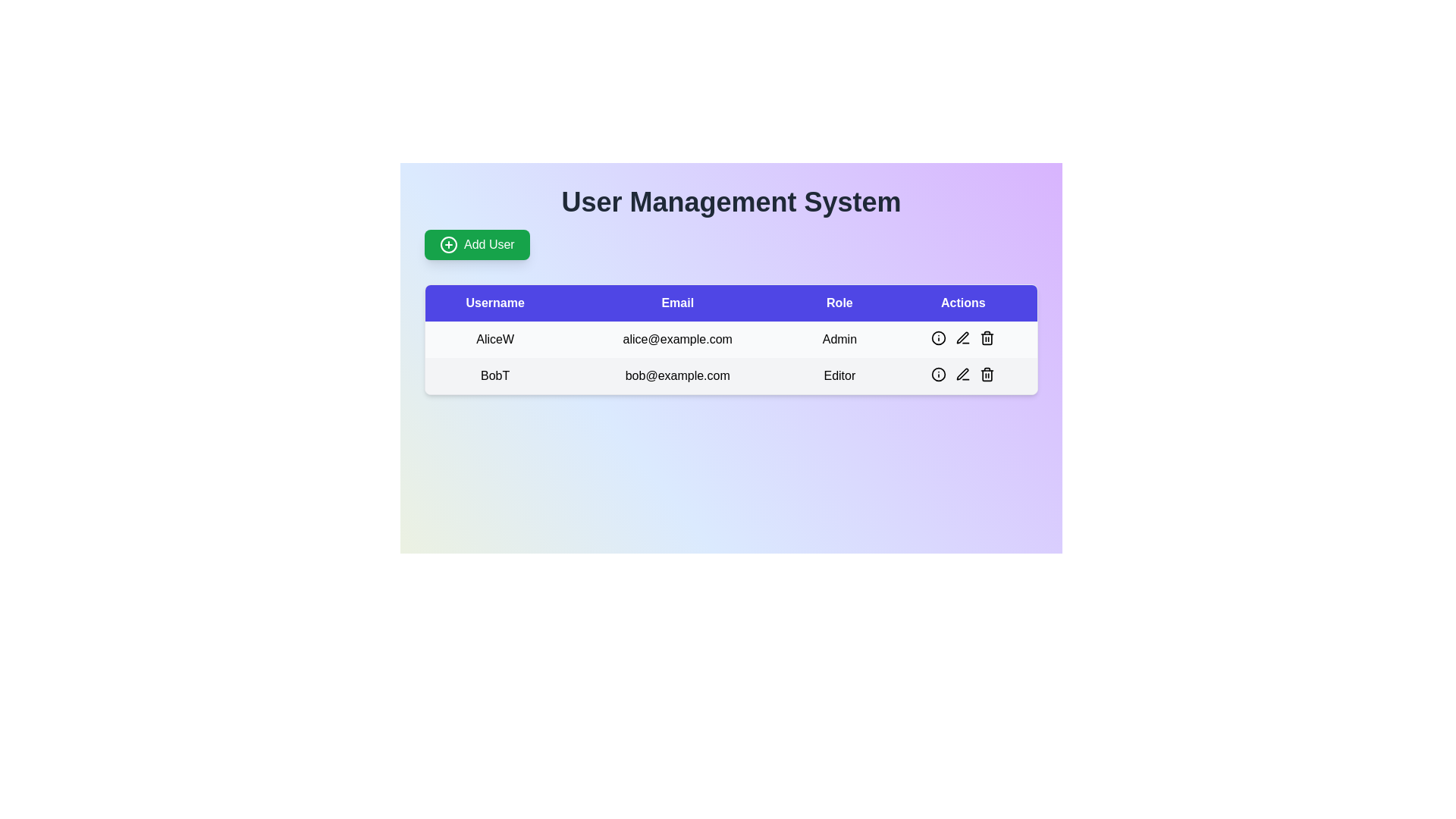 The height and width of the screenshot is (819, 1456). I want to click on the edit icon button located in the Actions column of the second row of the user management table, so click(962, 374).